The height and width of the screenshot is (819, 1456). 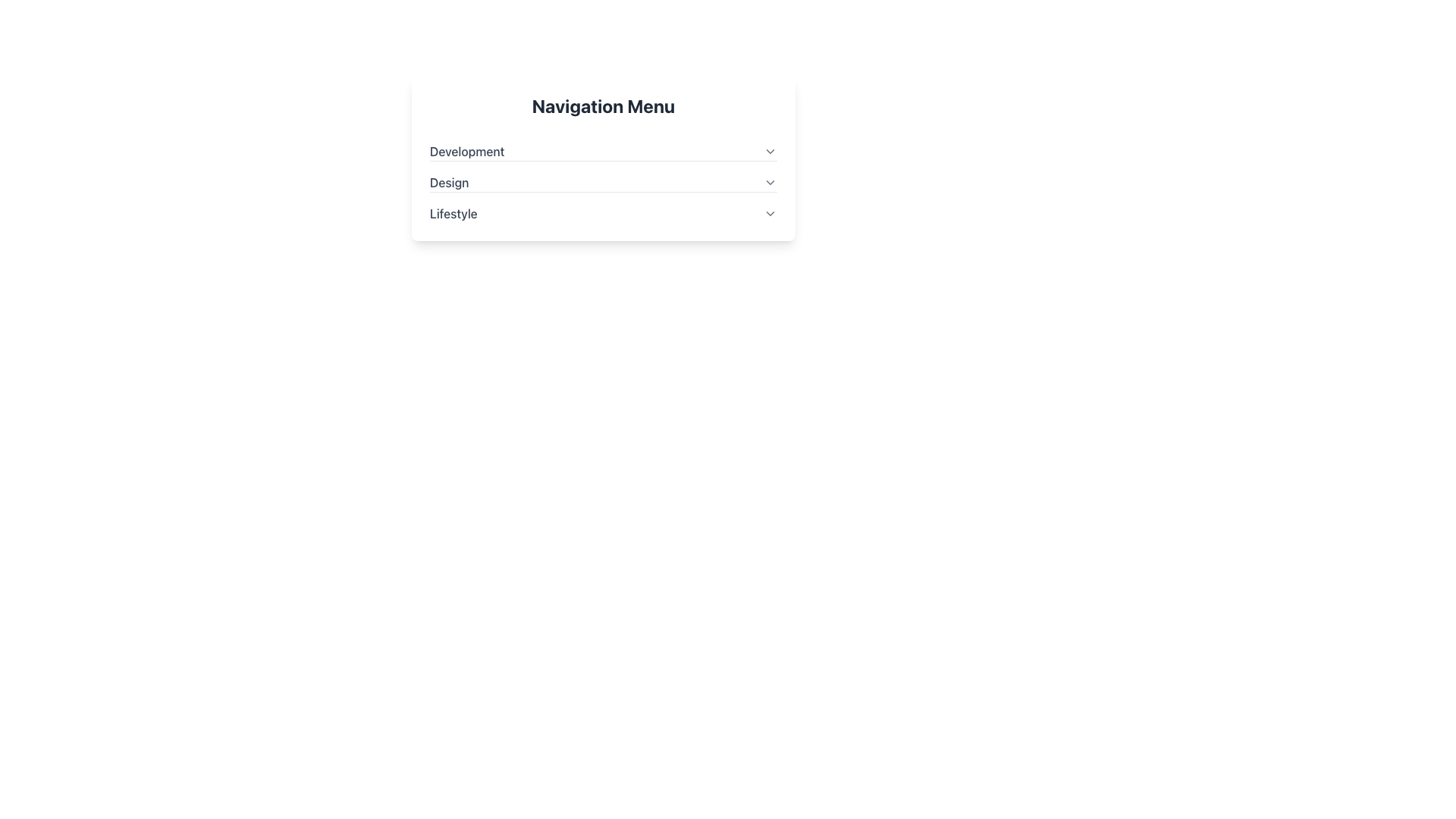 I want to click on the dropdown toggle icon located at the top entry of the navigation menu, aligned with the text 'Development', so click(x=770, y=152).